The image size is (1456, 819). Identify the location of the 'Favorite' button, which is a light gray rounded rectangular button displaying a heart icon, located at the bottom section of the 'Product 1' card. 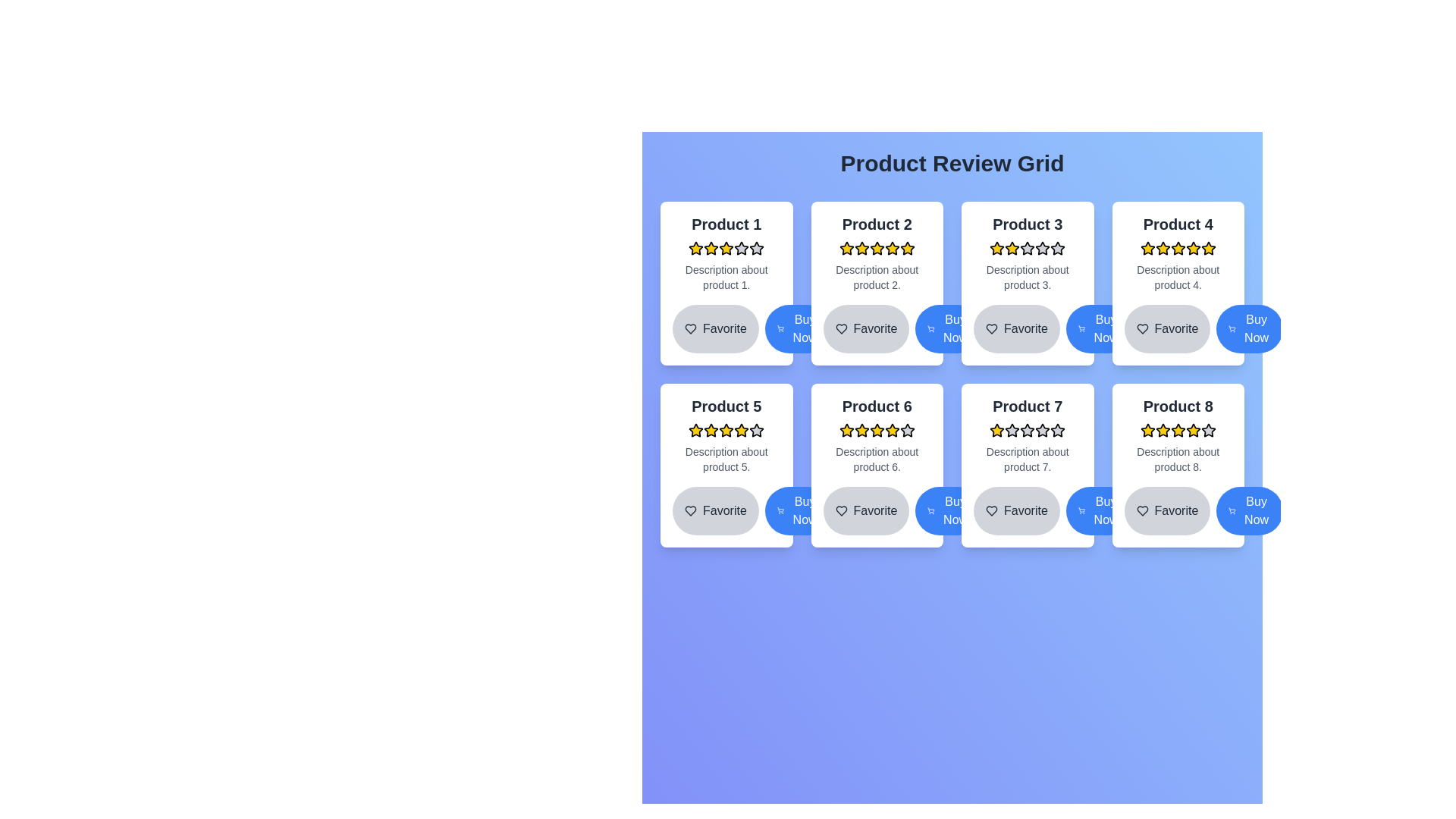
(726, 328).